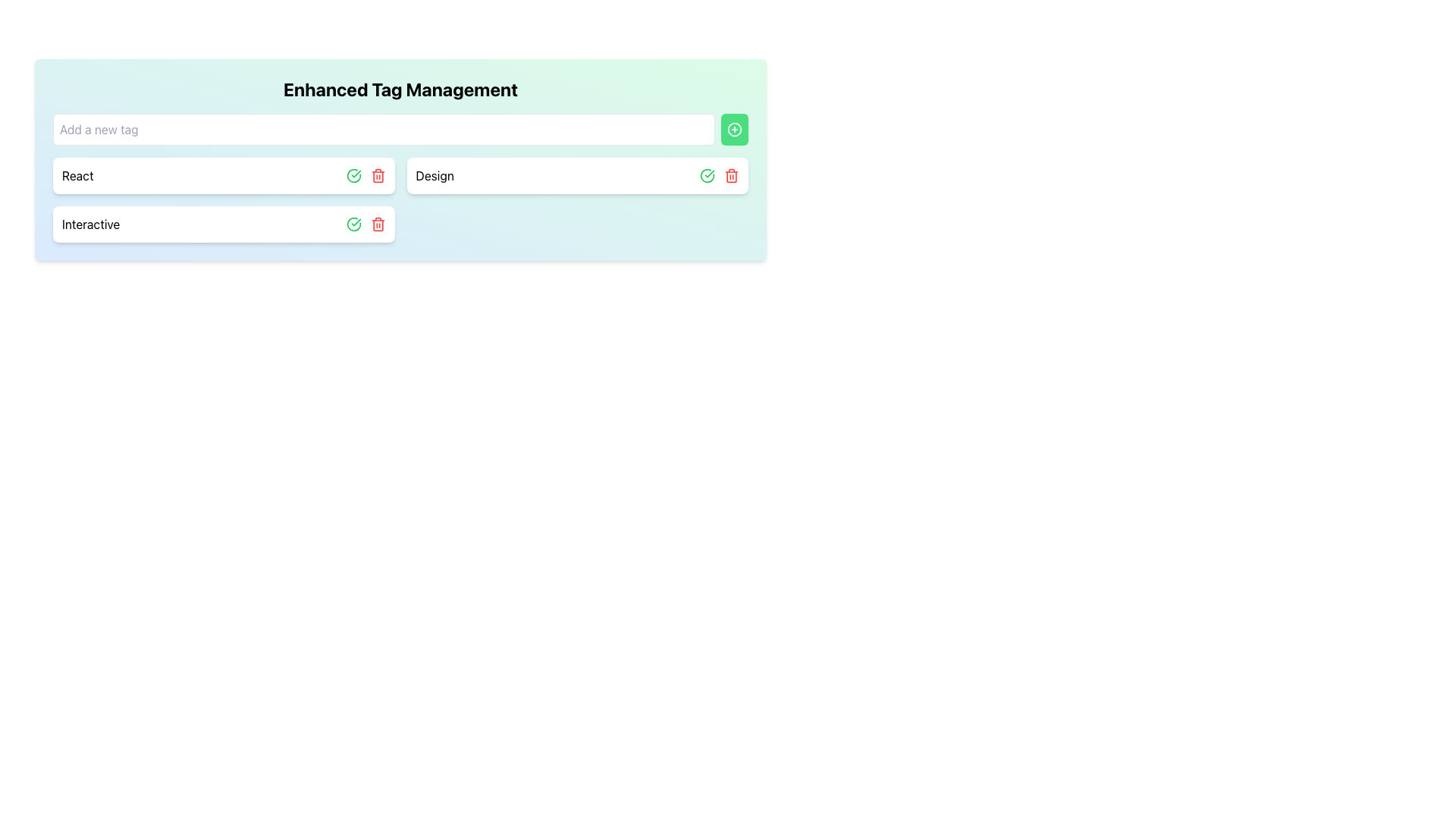 The image size is (1456, 819). I want to click on the circular green icon with a plus sign embedded in the button adjacent to the input field labeled 'Add a new tag', so click(735, 128).